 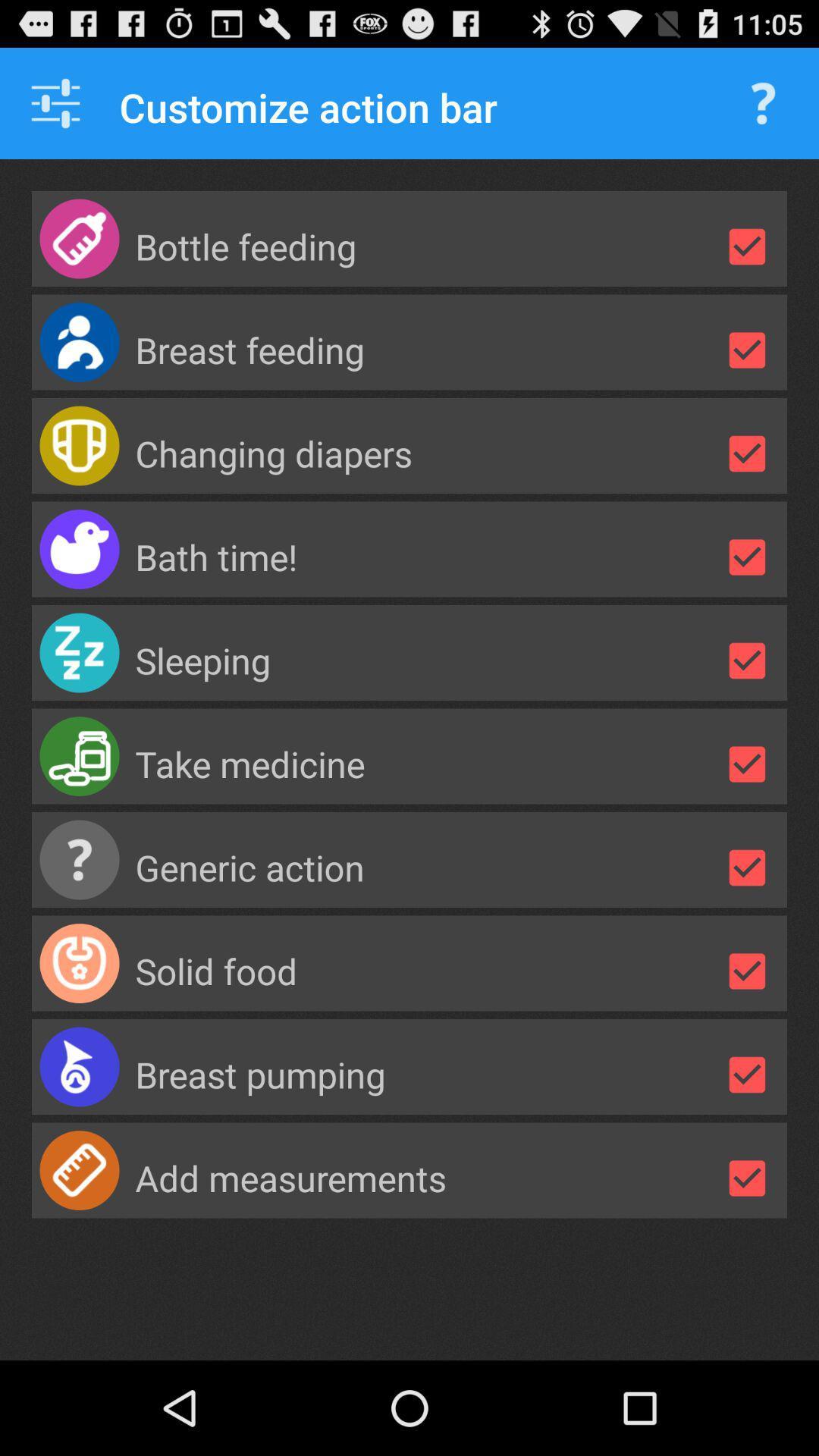 I want to click on question mark, so click(x=763, y=102).